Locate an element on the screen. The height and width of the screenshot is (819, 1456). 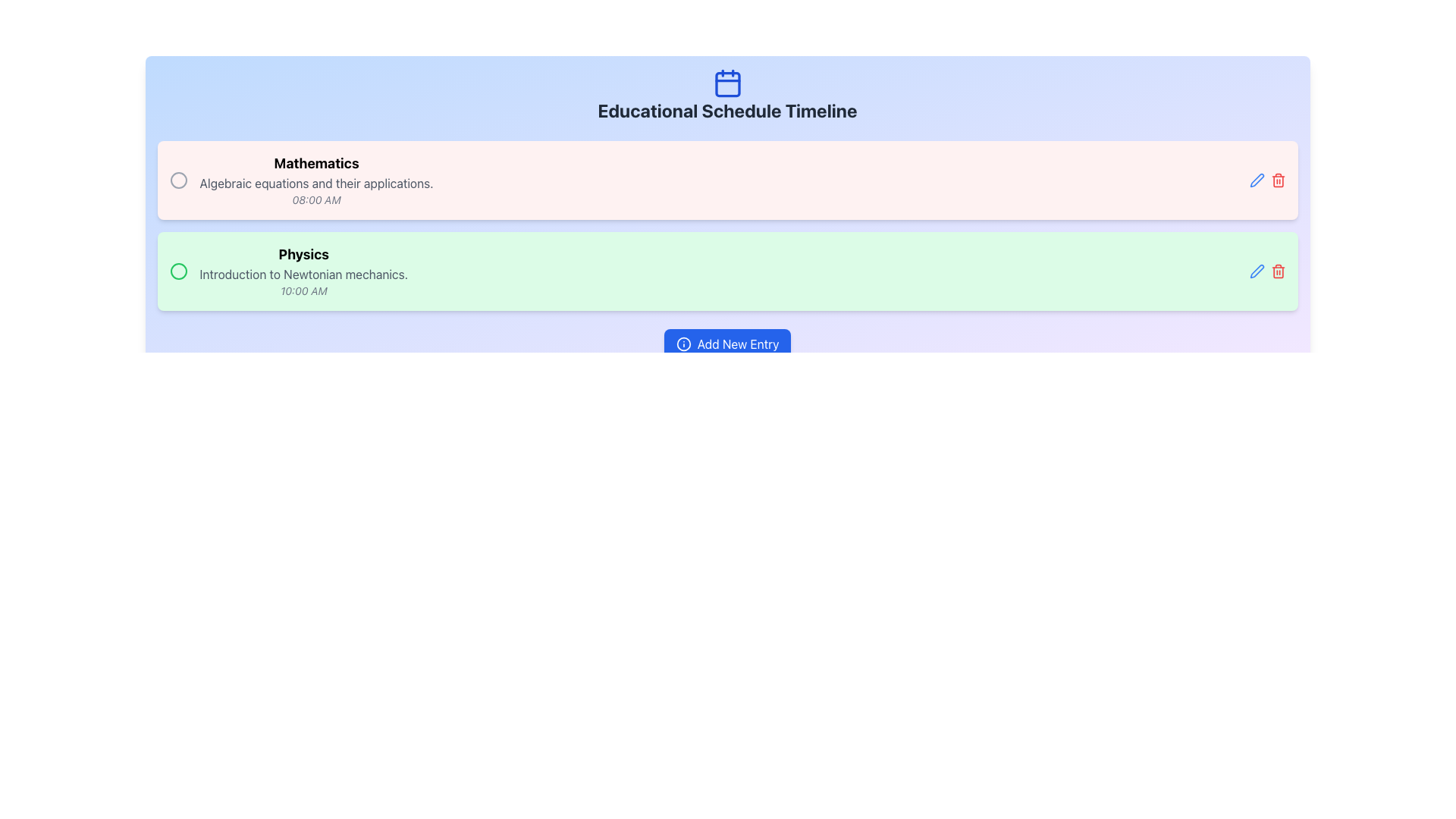
the edit icon button located in the green 'Physics' entry box, which is the first interactive icon in the top-right corner of the box is located at coordinates (1257, 271).